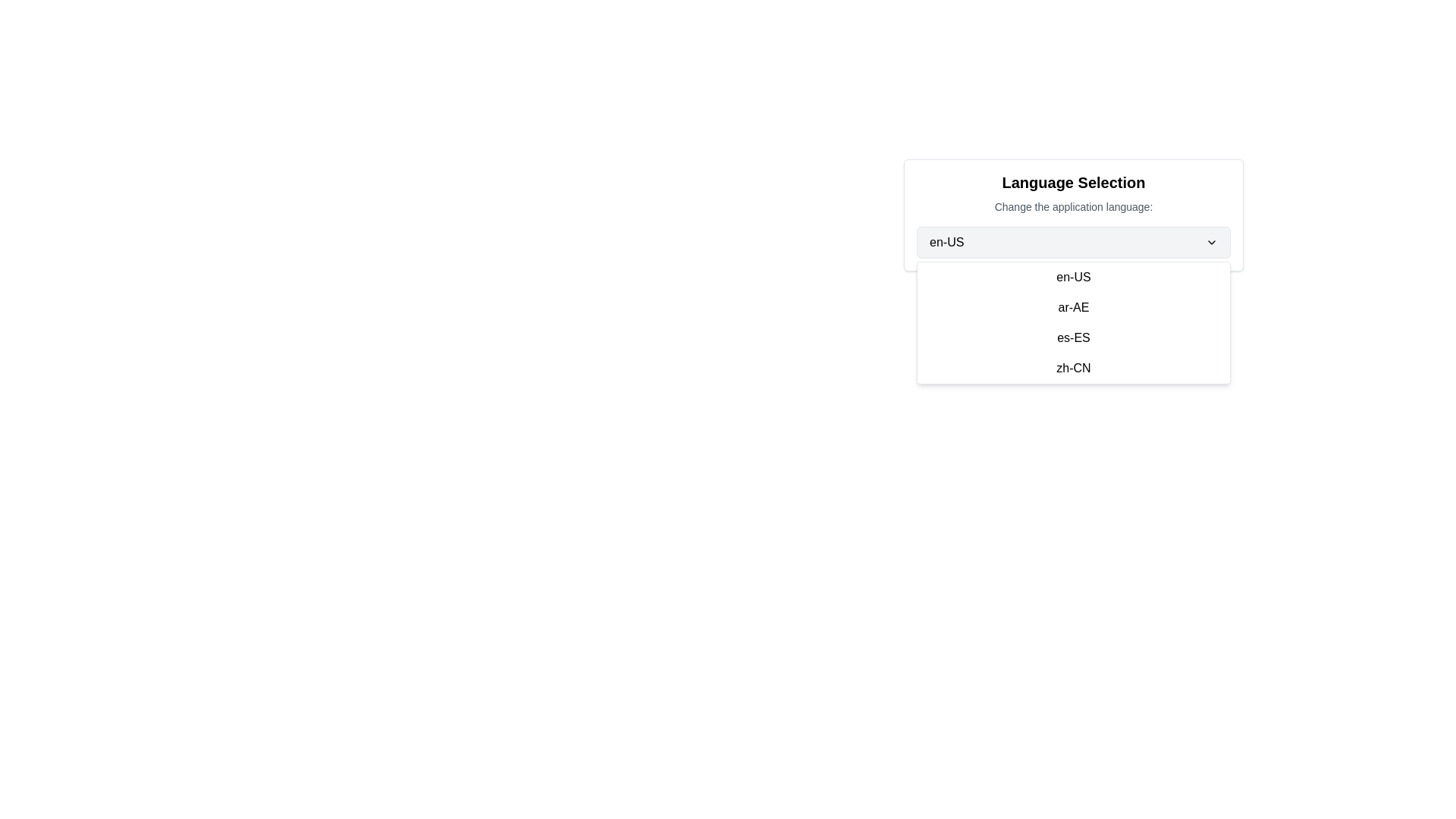  What do you see at coordinates (1073, 207) in the screenshot?
I see `the Text Label that provides information about the dropdown menu for selecting the application language, located beneath the heading 'Language Selection'` at bounding box center [1073, 207].